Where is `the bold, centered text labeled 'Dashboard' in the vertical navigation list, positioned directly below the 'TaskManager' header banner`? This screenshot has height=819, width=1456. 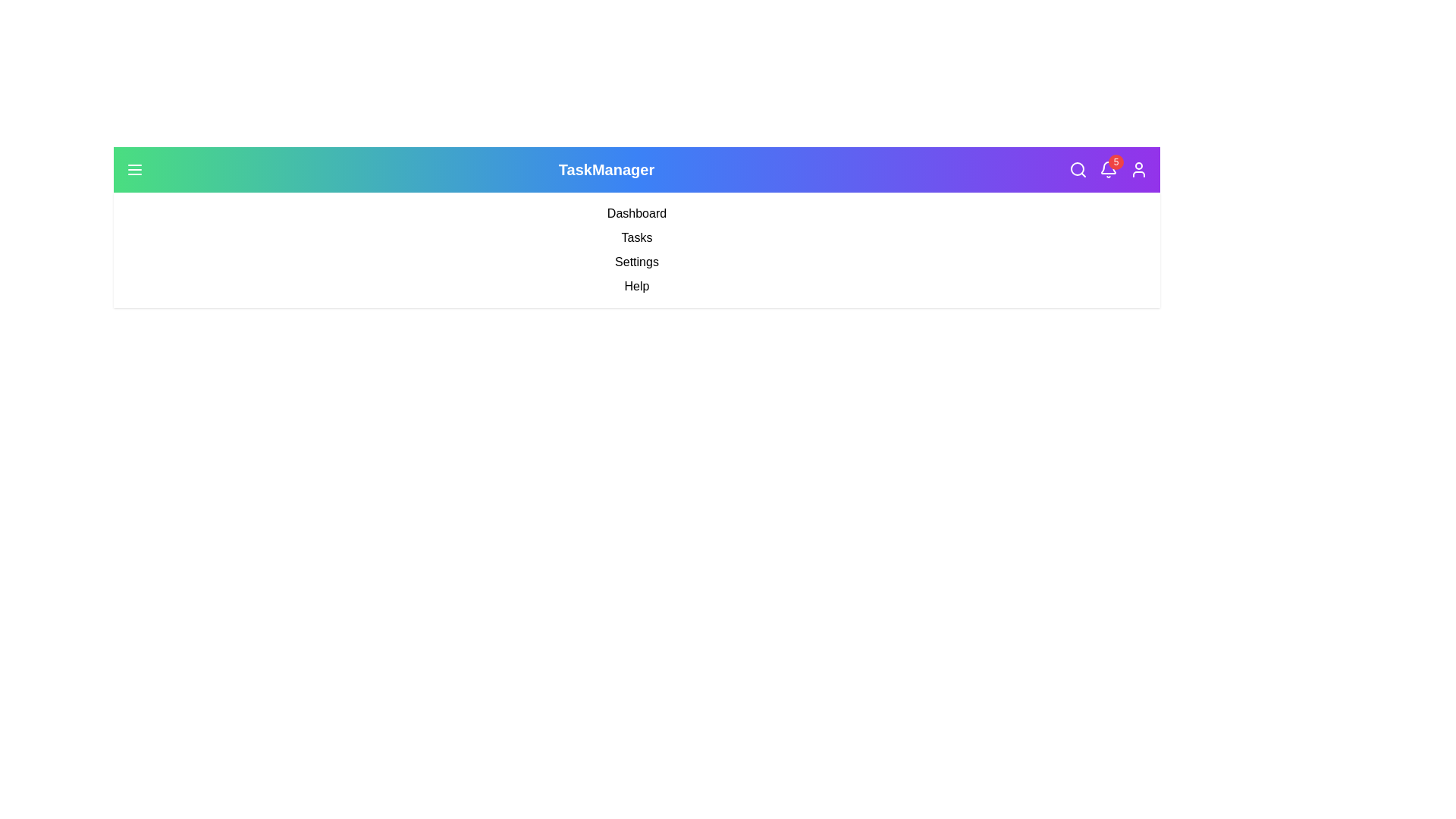 the bold, centered text labeled 'Dashboard' in the vertical navigation list, positioned directly below the 'TaskManager' header banner is located at coordinates (637, 213).